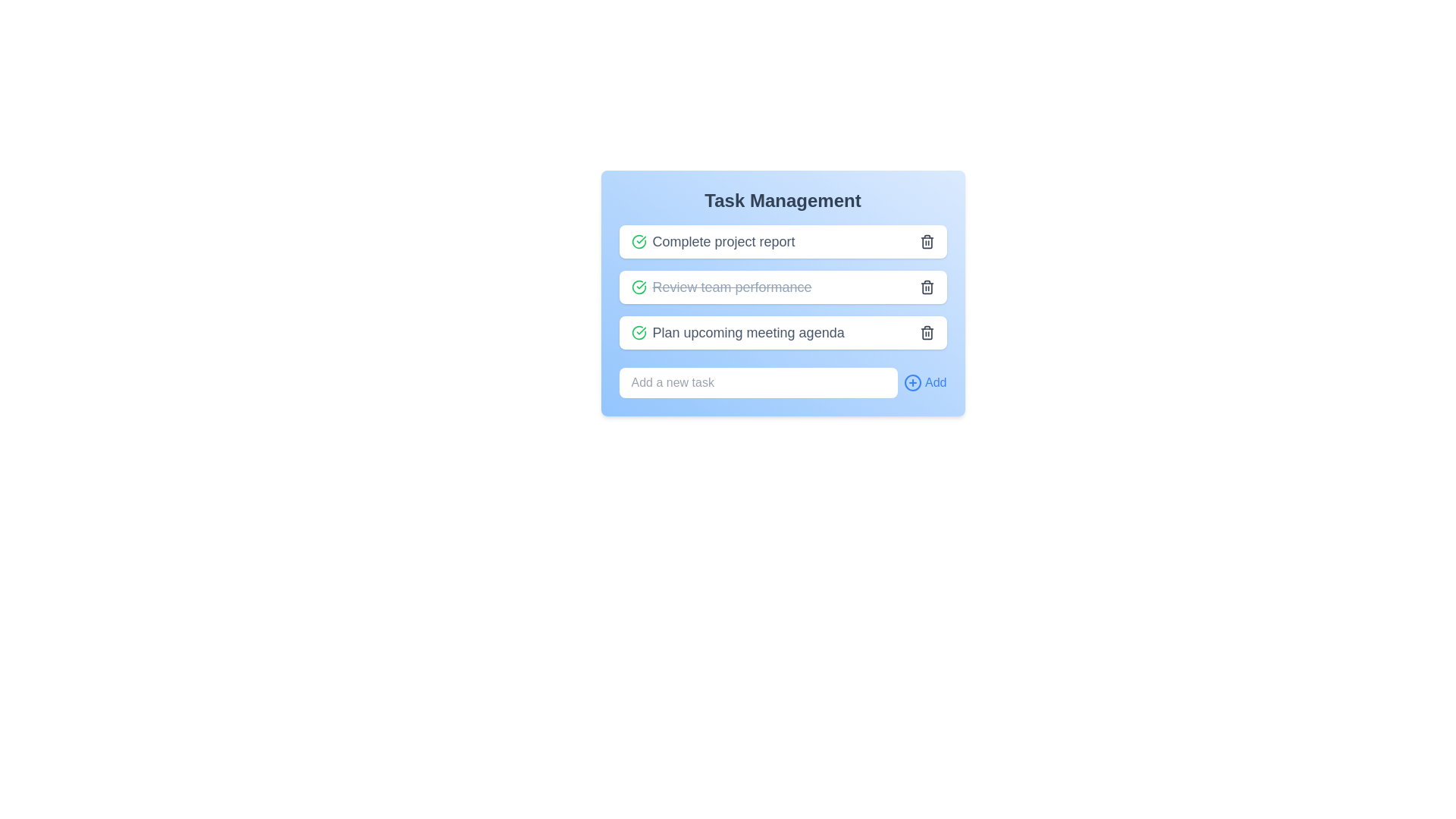  I want to click on the static text label displaying the title 'Plan upcoming meeting agenda' in the task management system, which is the third task in the list under 'Task Management.', so click(748, 332).